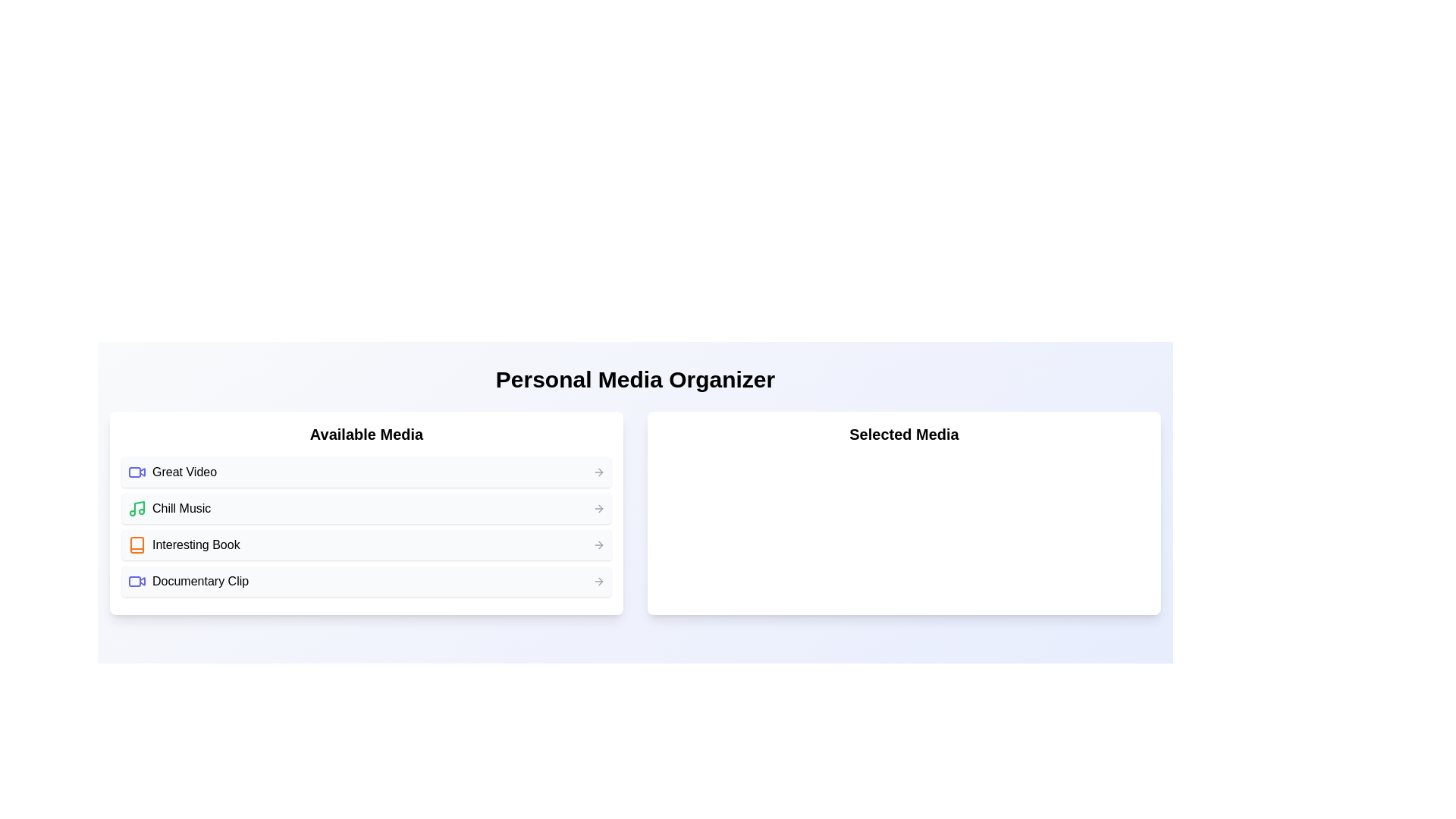  I want to click on the music note icon, represented by green lines and a circular note part, located in the 'Chill Music' row before the label 'Chill Music', so click(137, 509).